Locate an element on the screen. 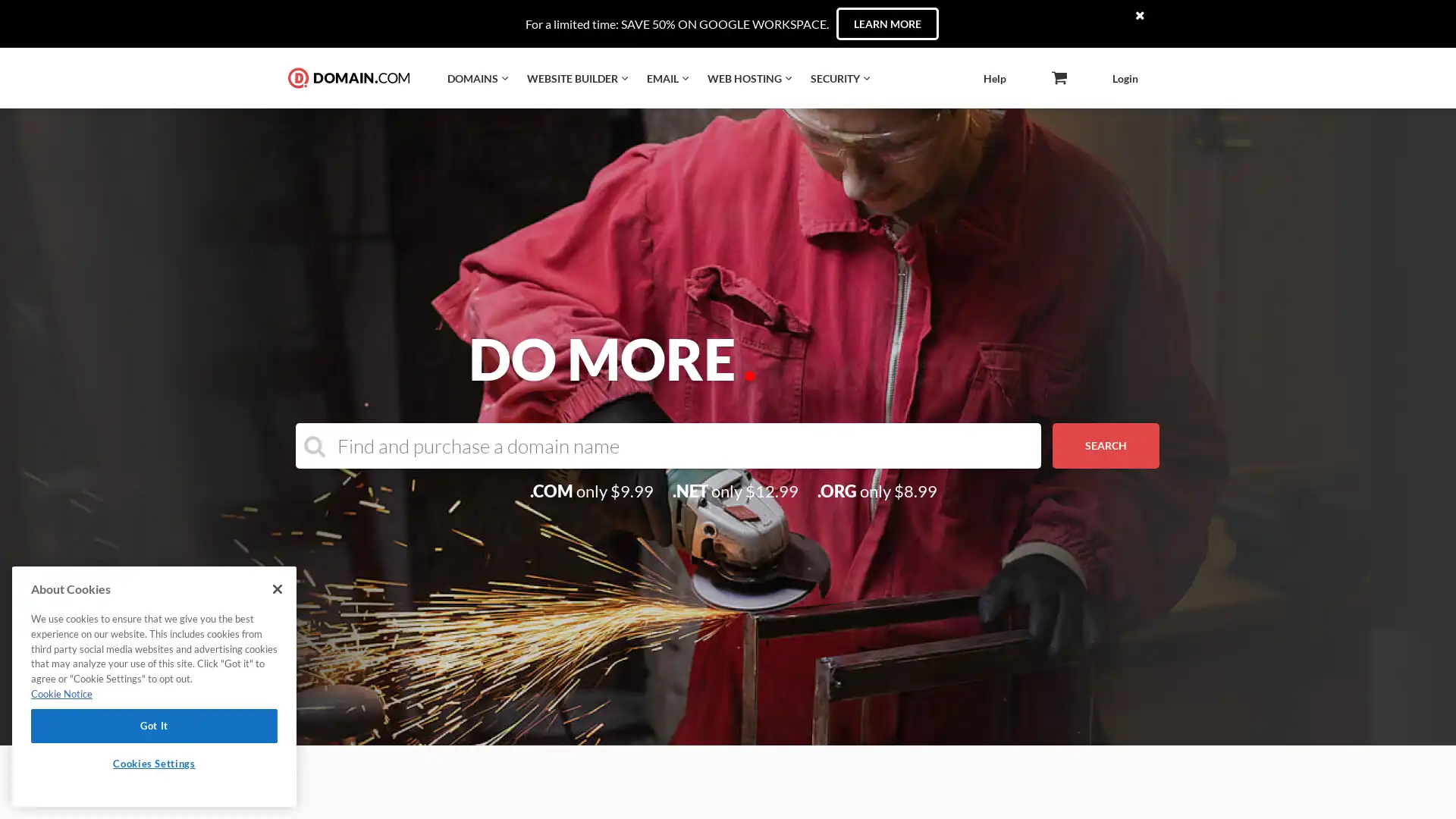 This screenshot has width=1456, height=819. times is located at coordinates (1140, 14).